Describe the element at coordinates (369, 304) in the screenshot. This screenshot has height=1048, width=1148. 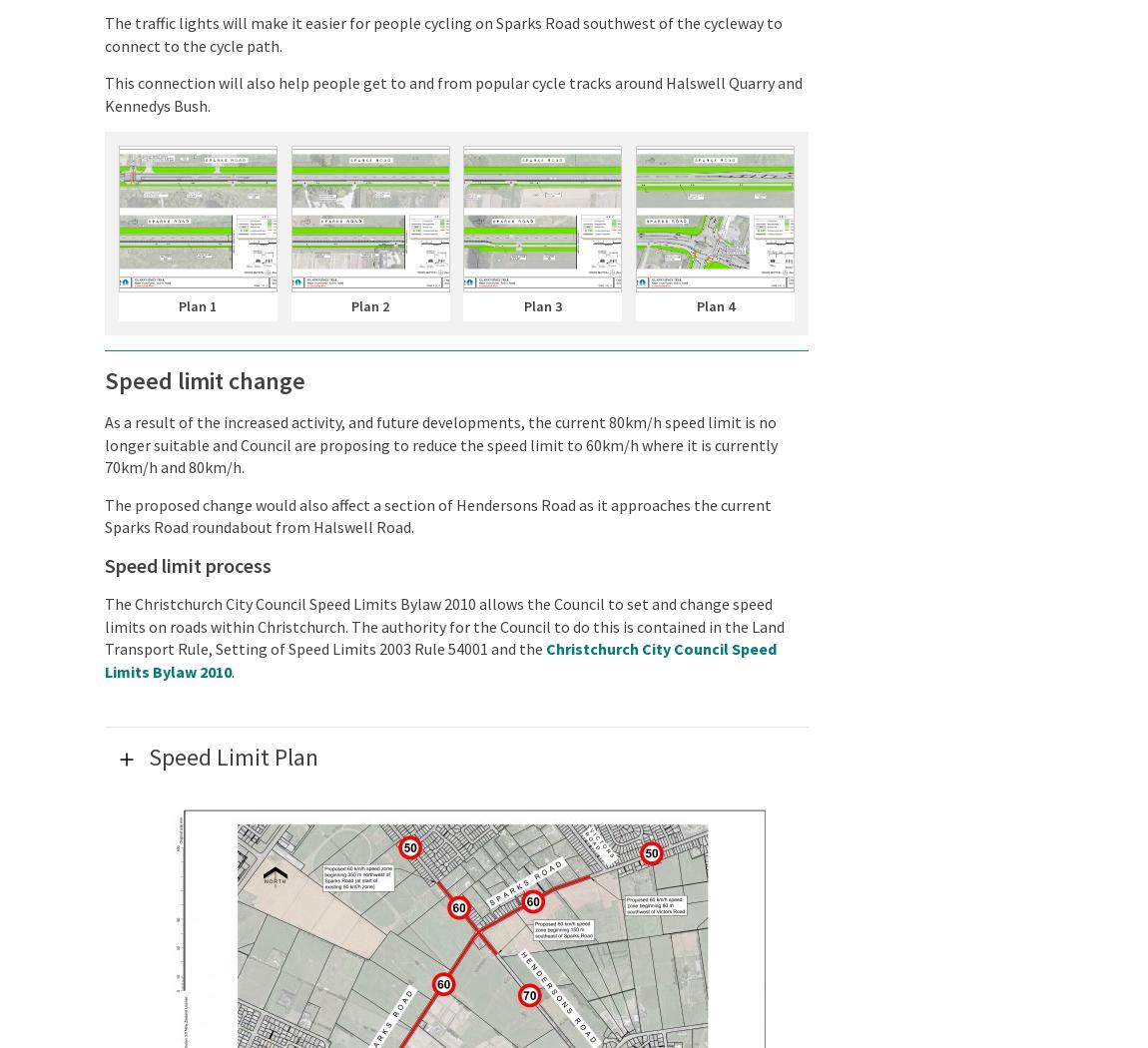
I see `'Plan 2'` at that location.